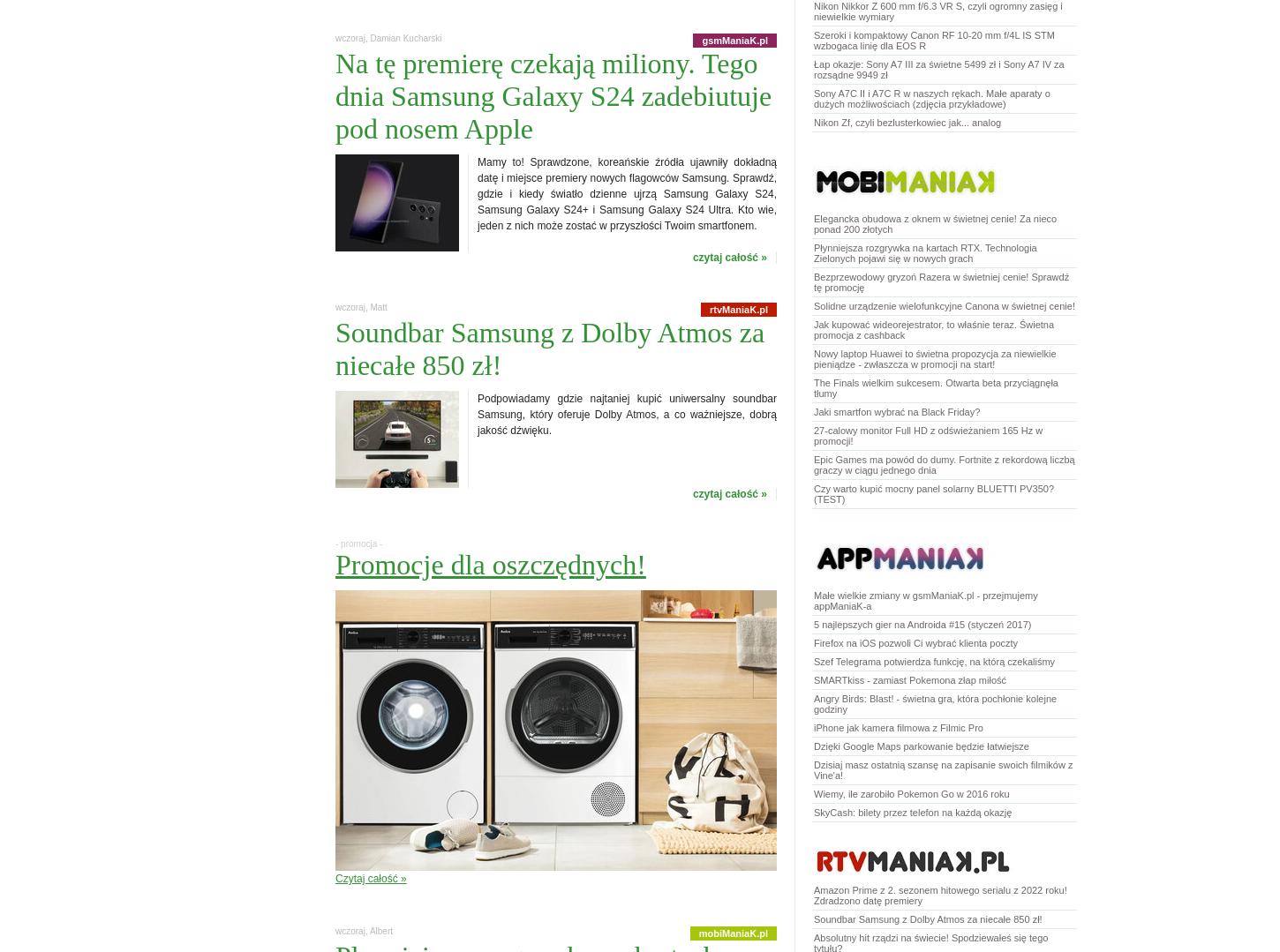 Image resolution: width=1280 pixels, height=952 pixels. I want to click on 'Jaki smartfon wybrać na Black Friday?', so click(897, 410).